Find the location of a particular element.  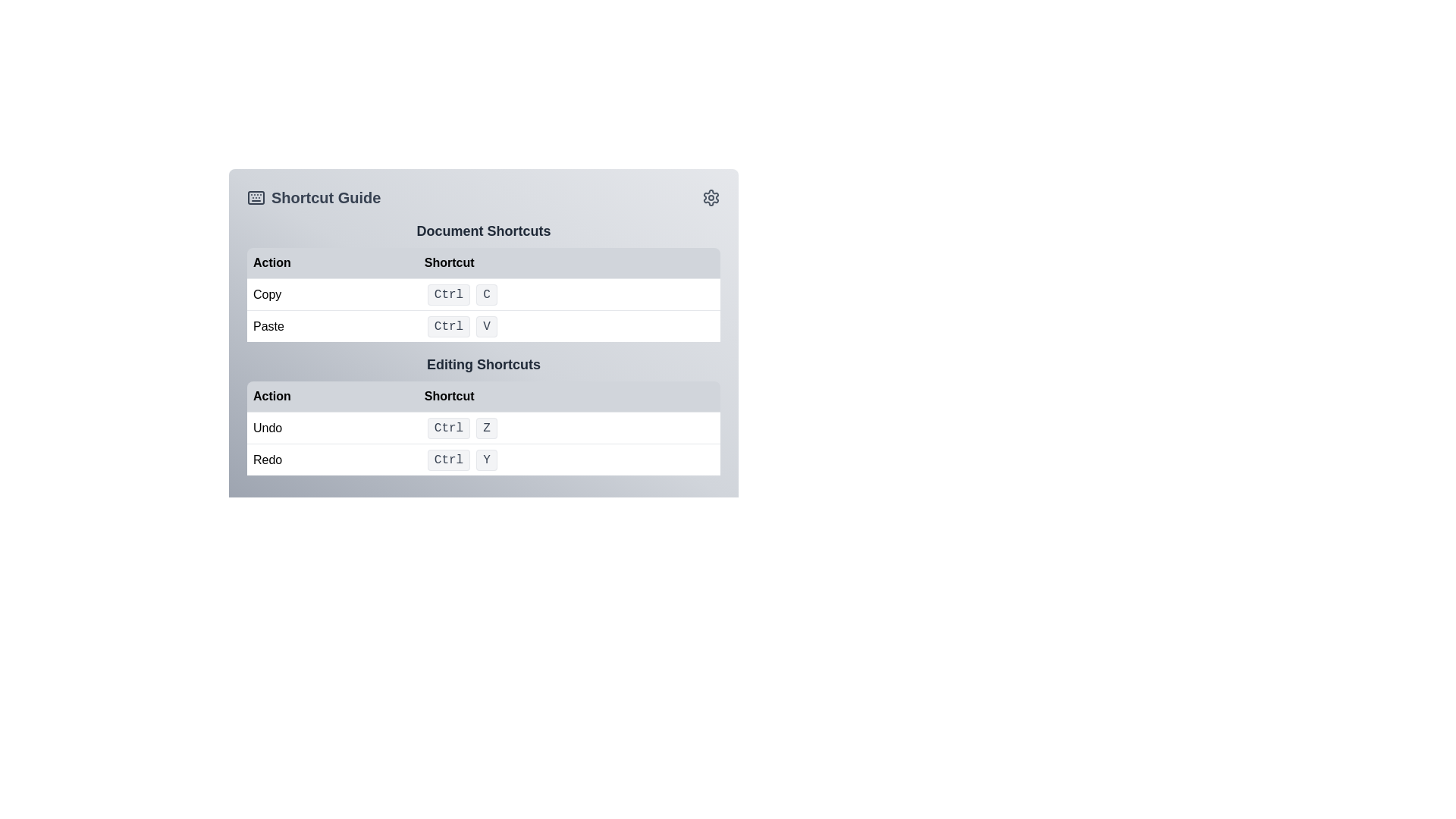

the gear-shaped settings icon located in the top-right corner of the shortcut guide interface is located at coordinates (710, 197).